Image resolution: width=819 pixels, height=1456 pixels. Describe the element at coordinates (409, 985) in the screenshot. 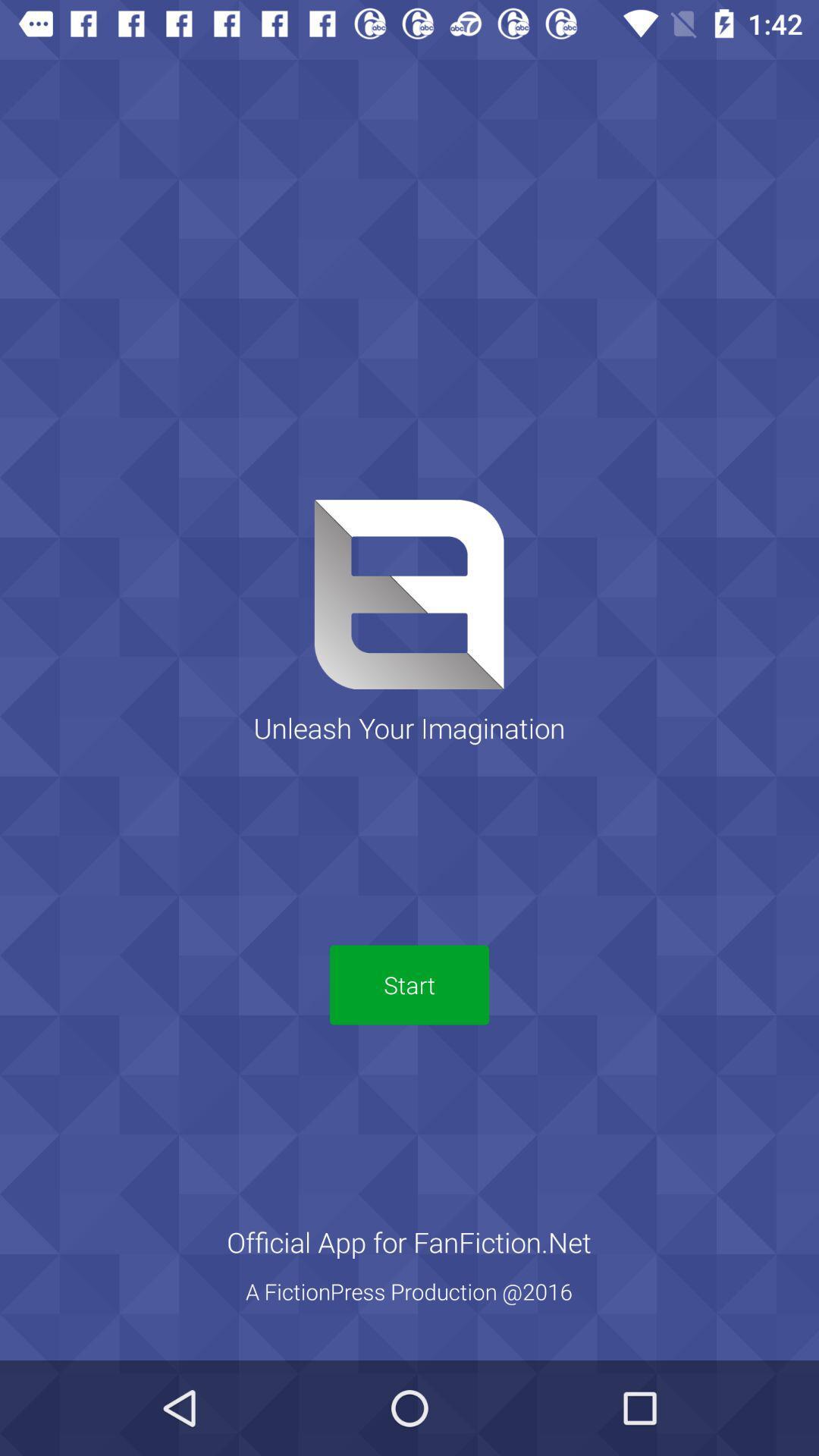

I see `item below the unleash your imagination icon` at that location.